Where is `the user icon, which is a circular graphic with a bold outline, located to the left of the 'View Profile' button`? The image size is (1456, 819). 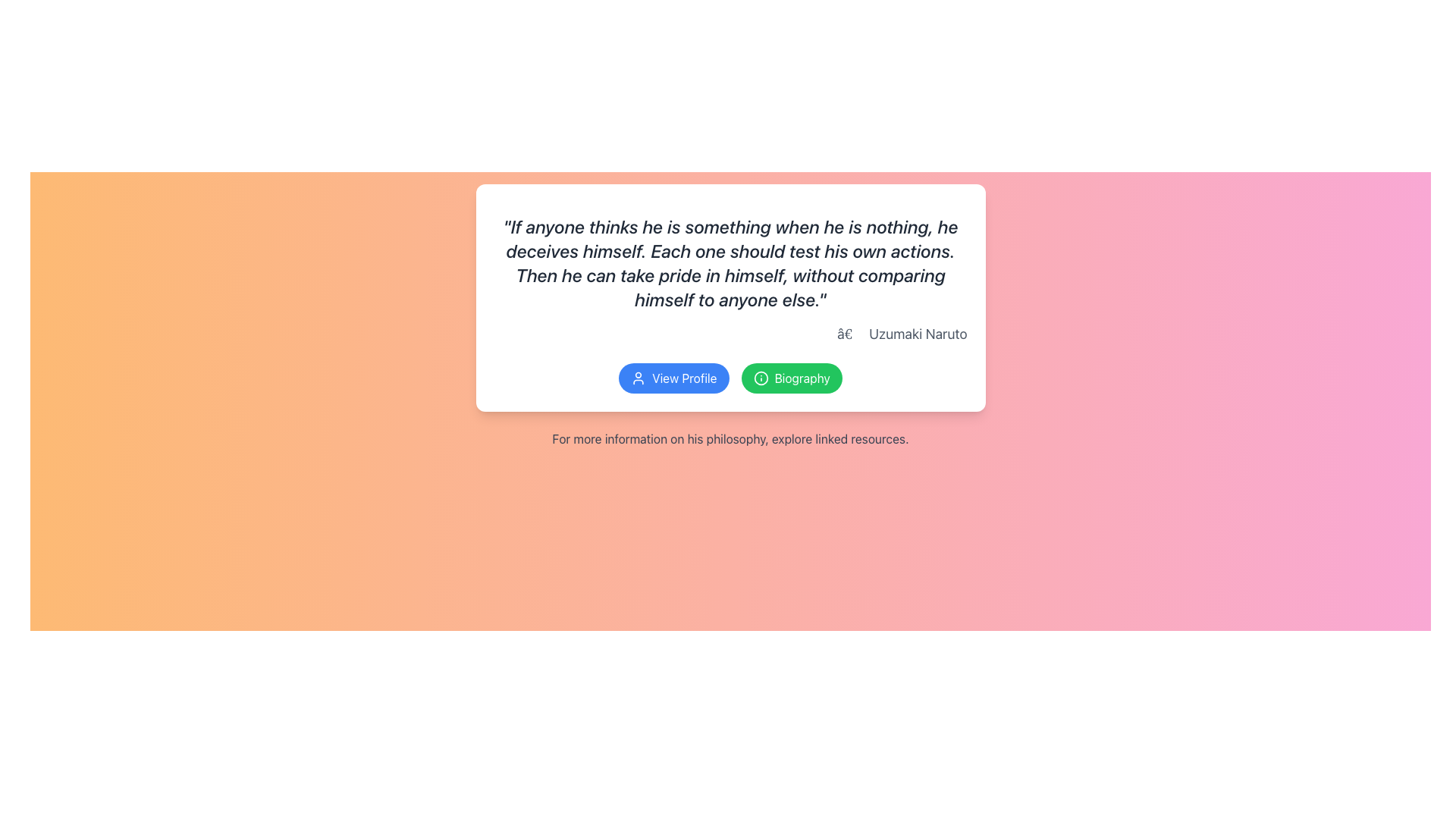
the user icon, which is a circular graphic with a bold outline, located to the left of the 'View Profile' button is located at coordinates (639, 377).